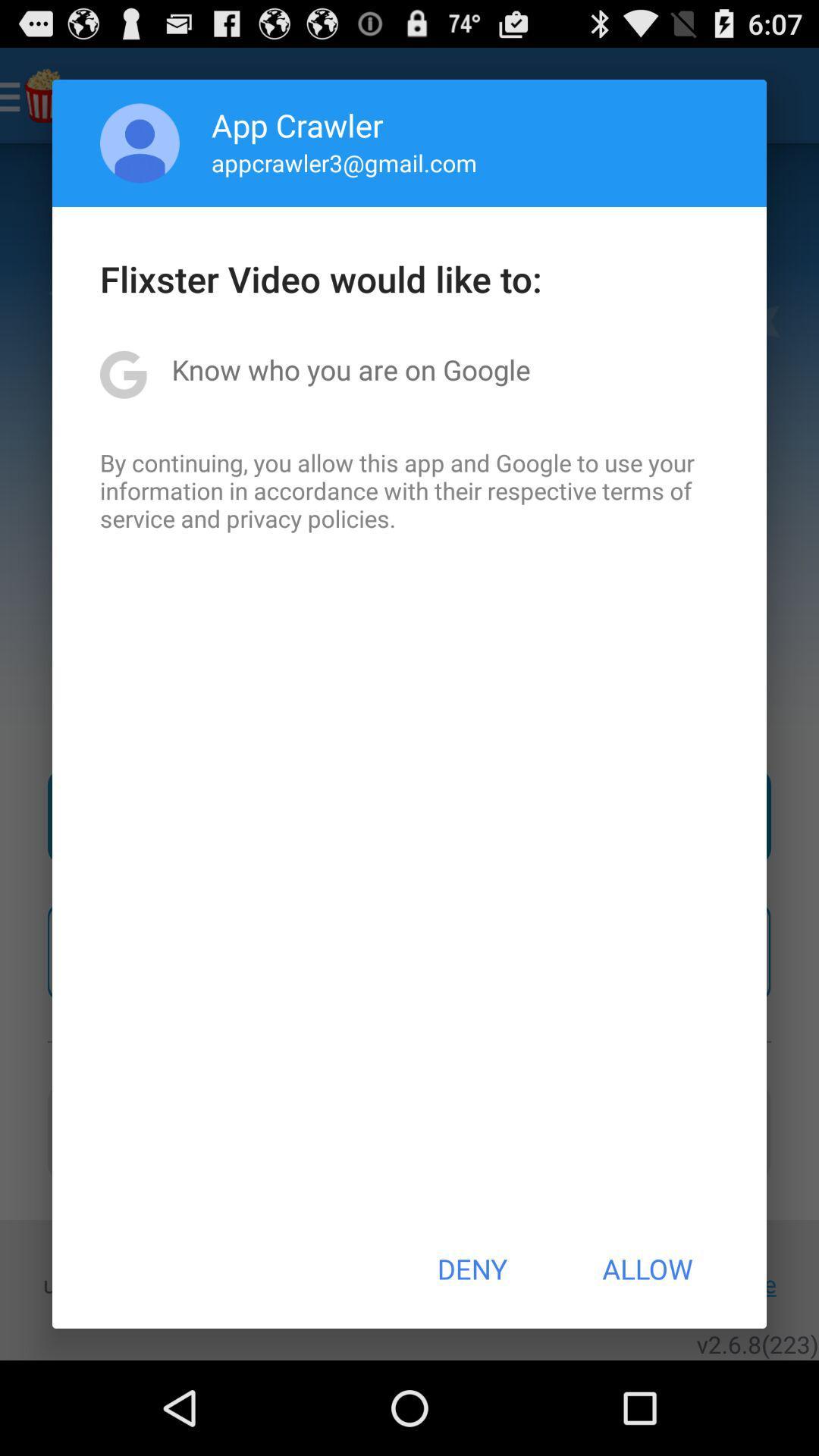  I want to click on the know who you item, so click(351, 369).